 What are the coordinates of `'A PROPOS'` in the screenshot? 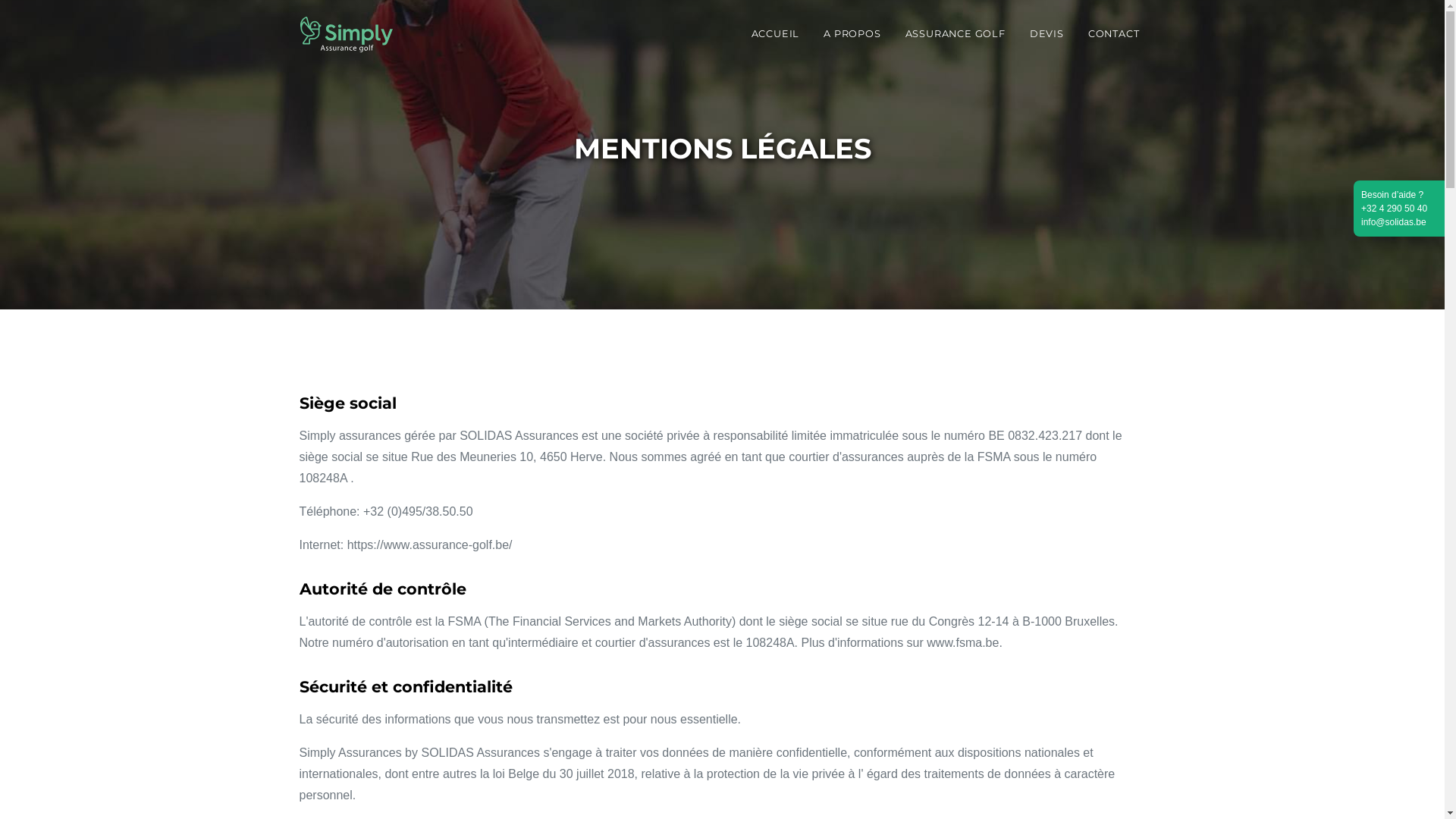 It's located at (852, 33).